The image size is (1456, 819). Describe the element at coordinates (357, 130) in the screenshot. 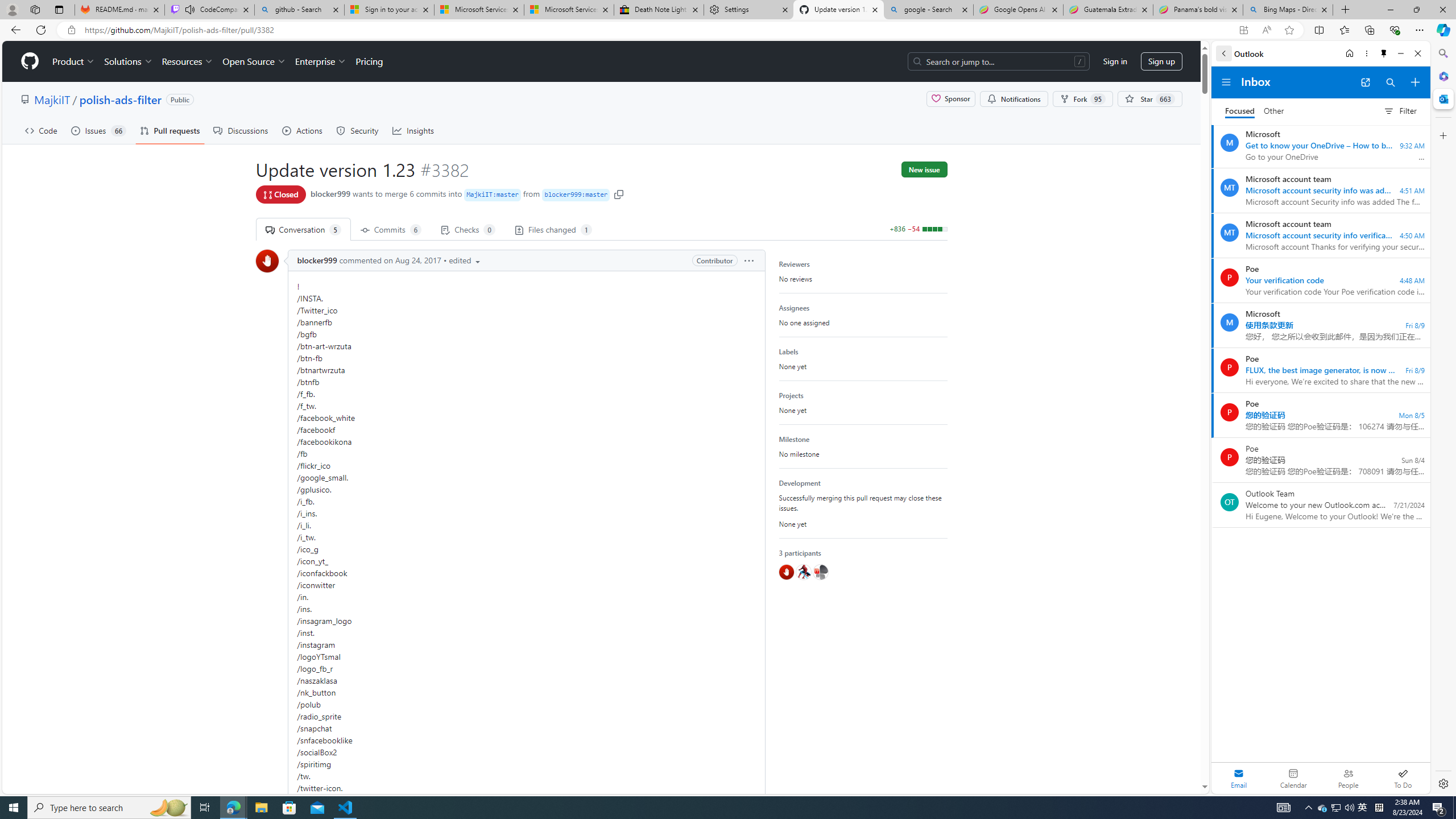

I see `'Security'` at that location.